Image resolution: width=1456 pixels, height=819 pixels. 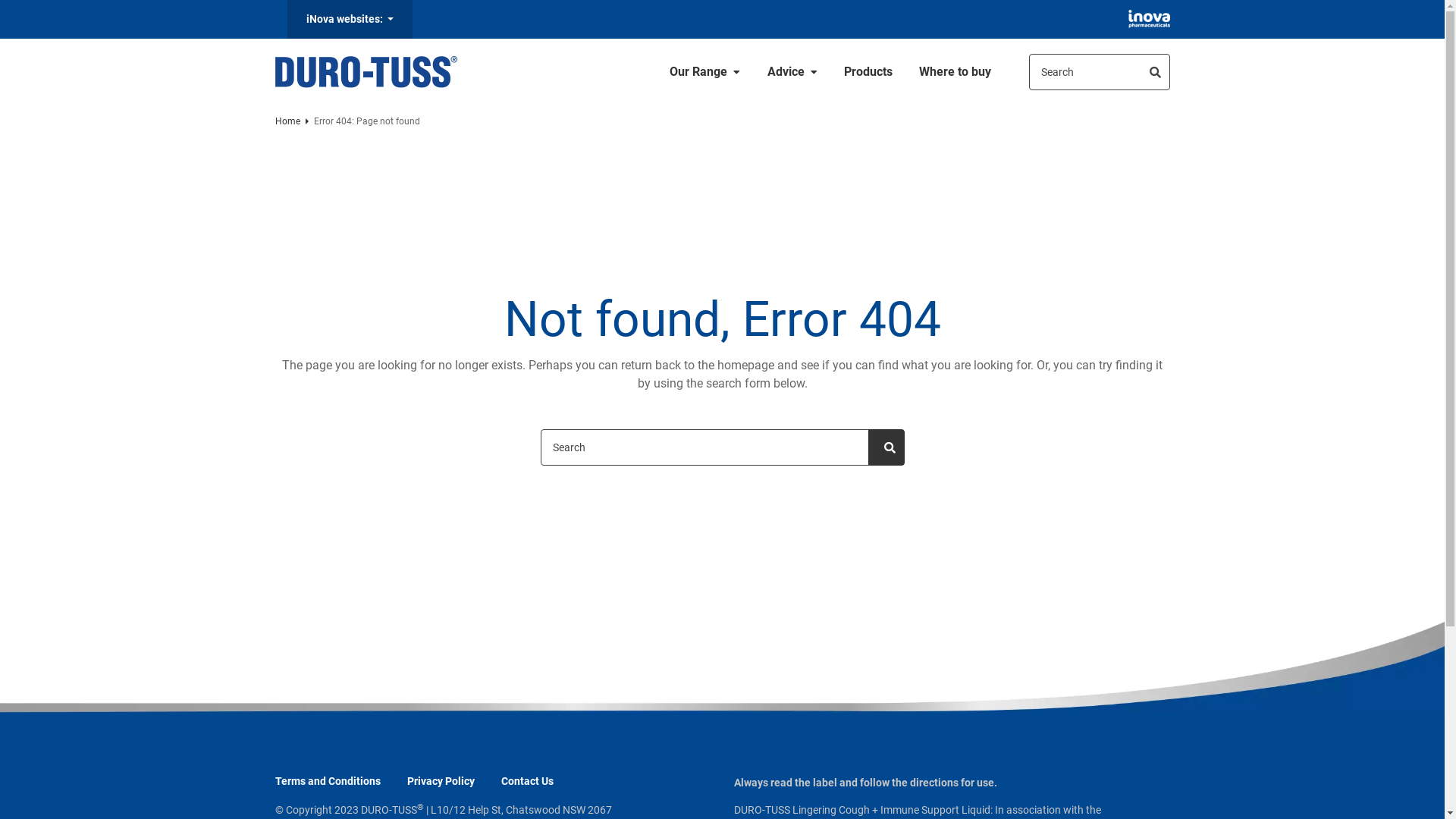 What do you see at coordinates (439, 780) in the screenshot?
I see `'Privacy Policy'` at bounding box center [439, 780].